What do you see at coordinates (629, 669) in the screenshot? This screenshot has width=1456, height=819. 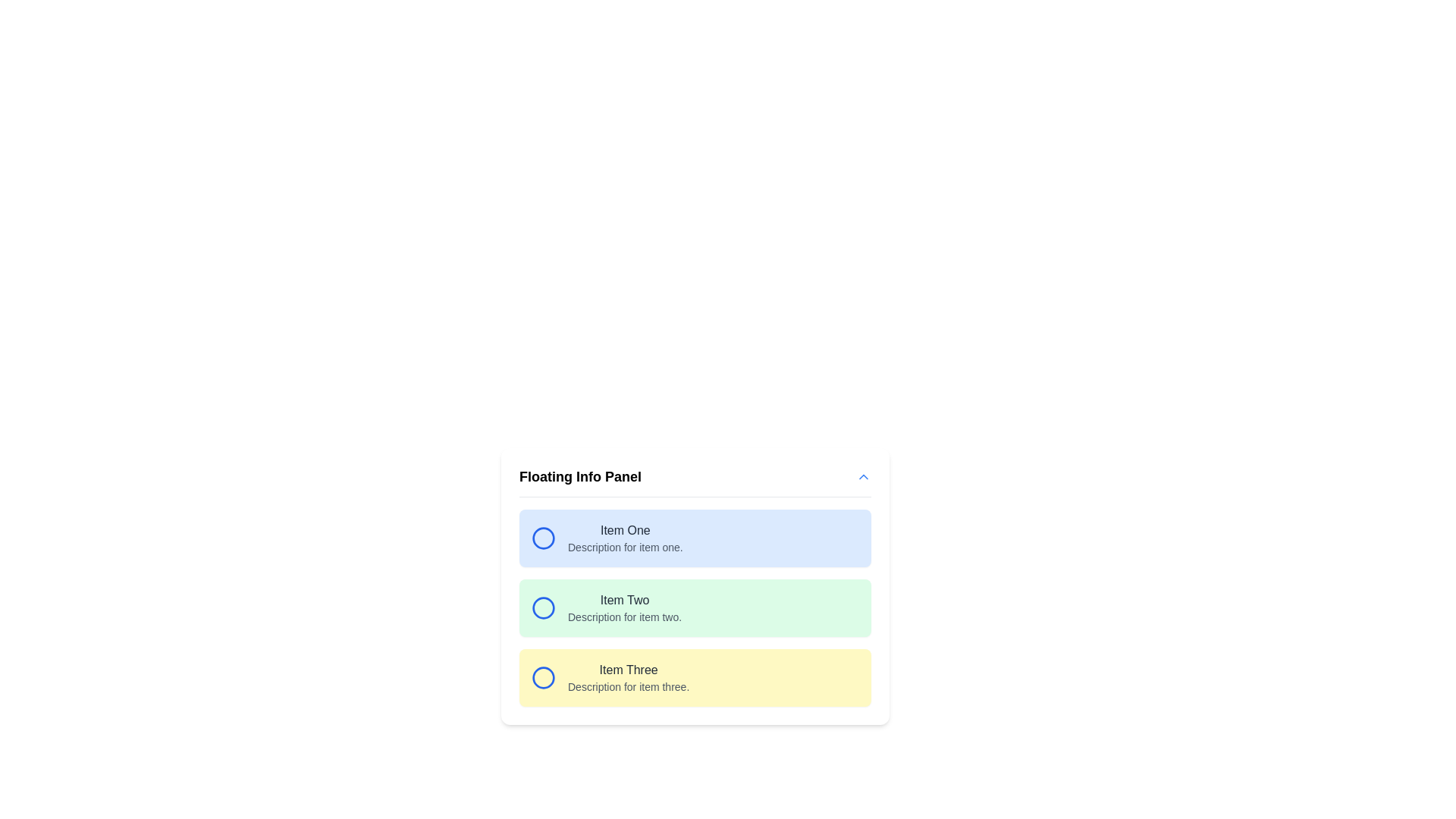 I see `text label that identifies the third item in the list under 'Floating Info Panel', located in the yellow section at the bottom of the vertically stacked list` at bounding box center [629, 669].